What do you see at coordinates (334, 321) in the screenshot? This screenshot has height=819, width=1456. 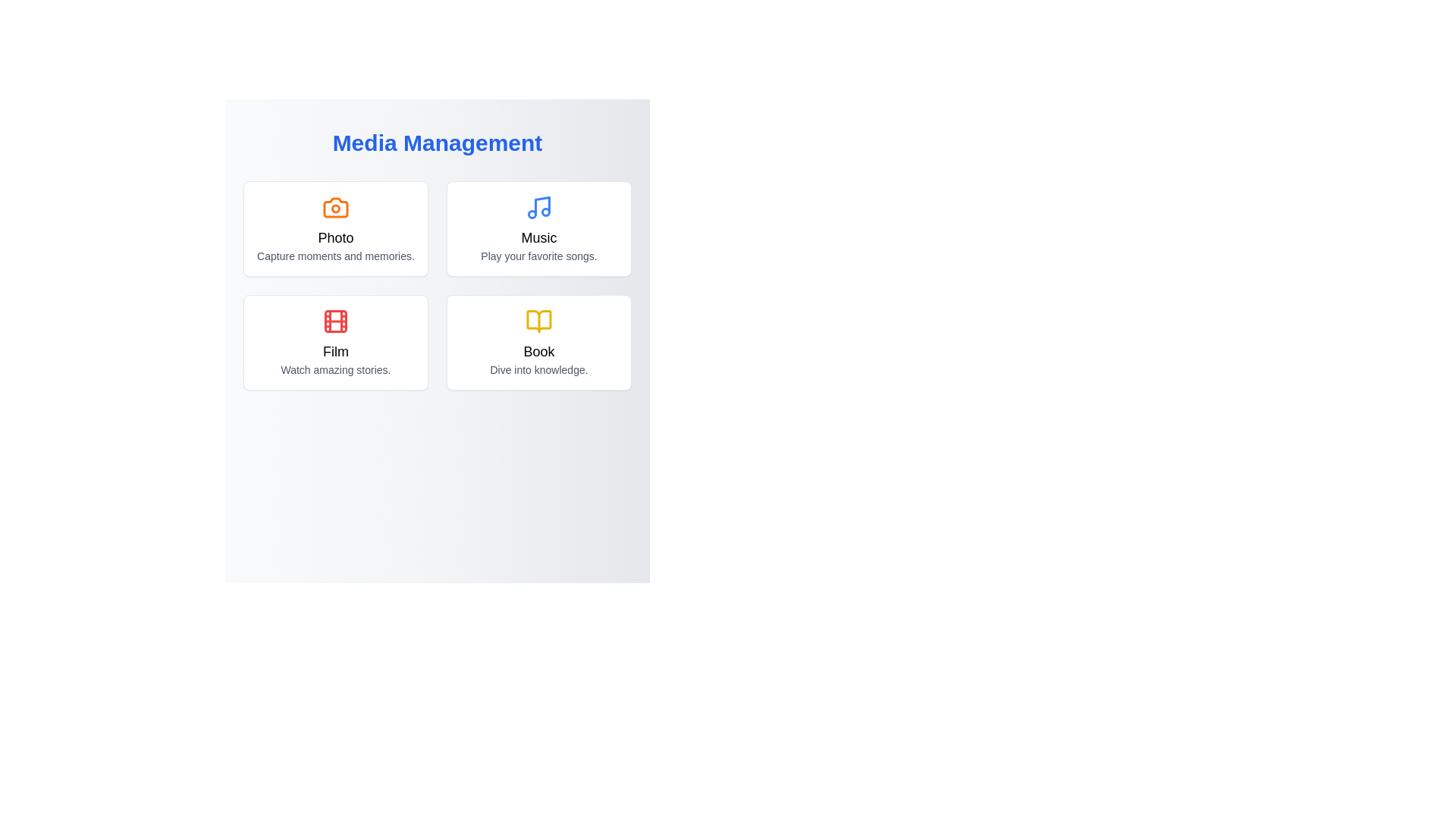 I see `the red rectangle with rounded corners that is part of the film icon in the 'Media Management' section` at bounding box center [334, 321].